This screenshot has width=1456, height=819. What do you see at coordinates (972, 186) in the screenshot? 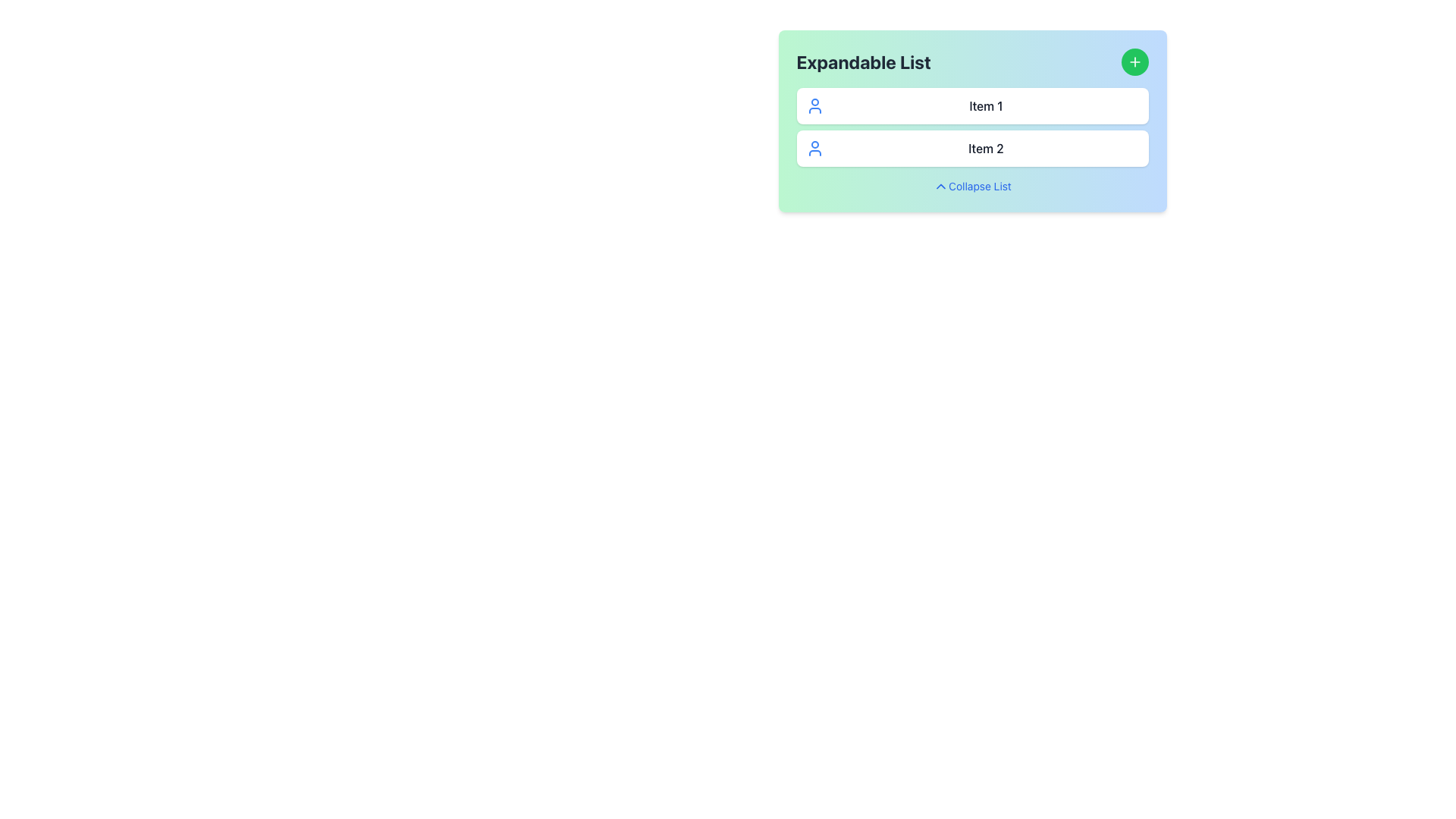
I see `the 'Collapse List' hyperlink, which is a blue underlined text link with an upward-pointing chevron icon` at bounding box center [972, 186].